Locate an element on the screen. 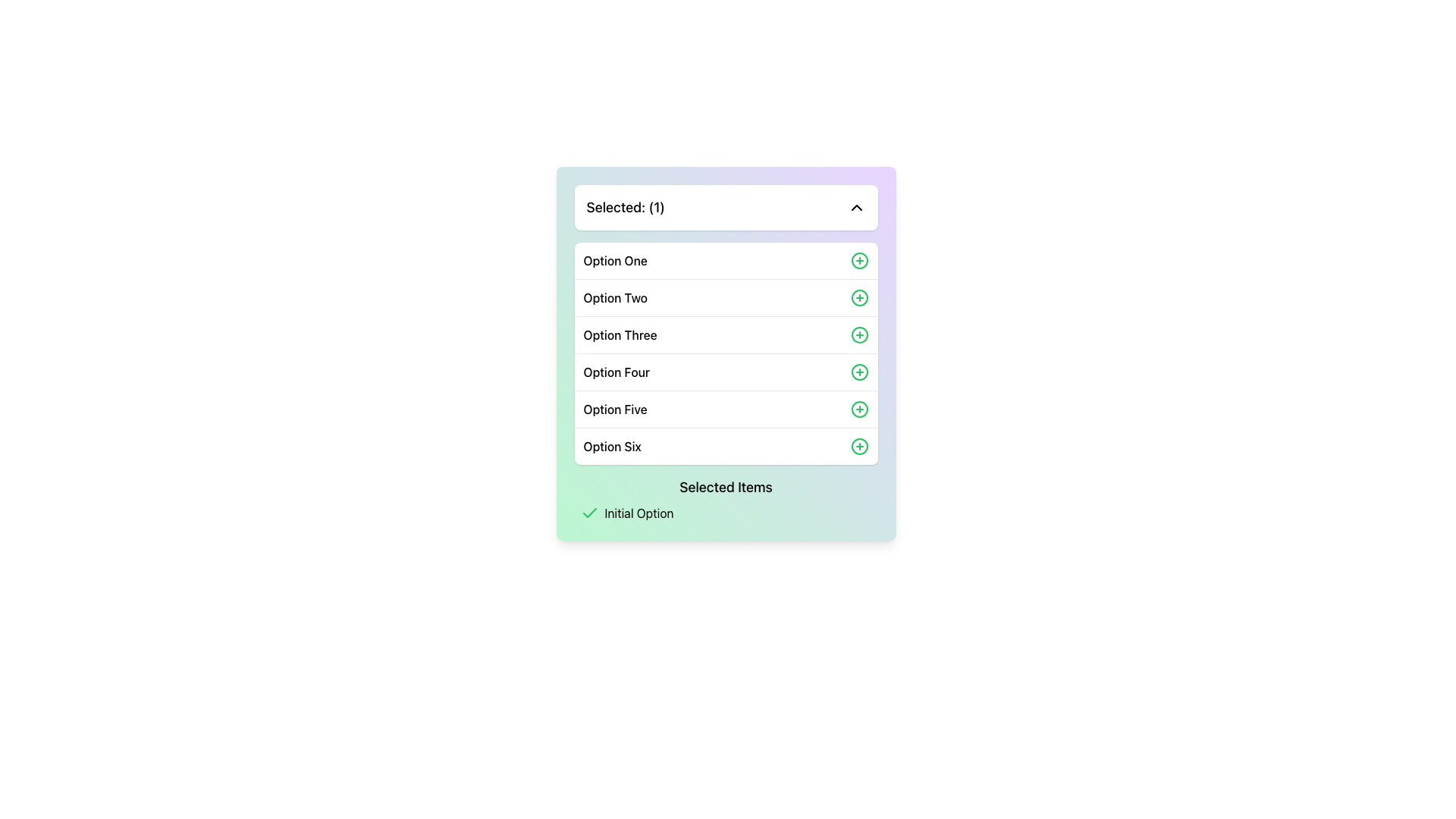 Image resolution: width=1456 pixels, height=819 pixels. the add action button for 'Option Three', located in the third row is located at coordinates (859, 334).